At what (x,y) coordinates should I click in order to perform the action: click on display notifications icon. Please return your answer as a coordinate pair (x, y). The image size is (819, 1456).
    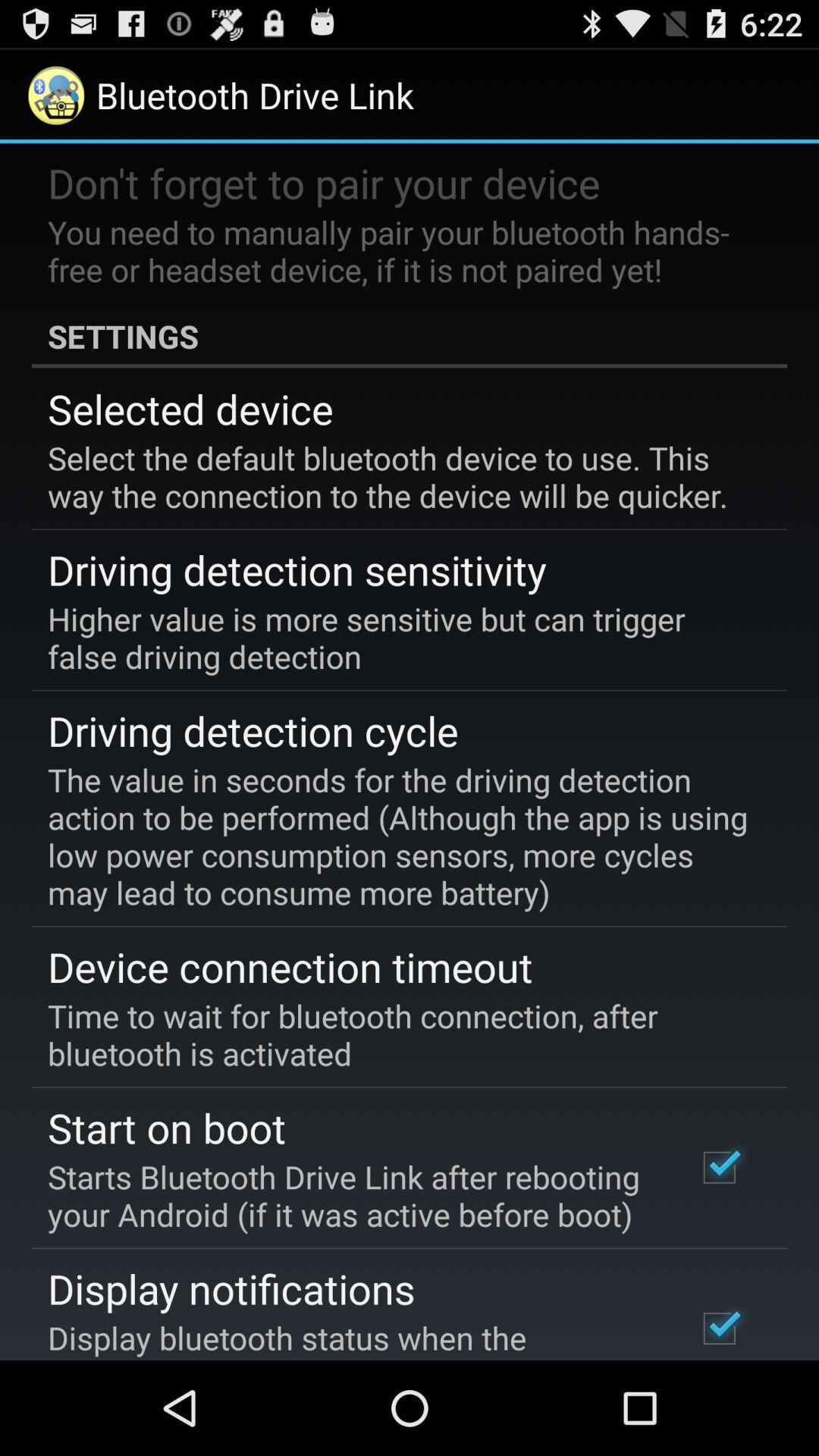
    Looking at the image, I should click on (231, 1288).